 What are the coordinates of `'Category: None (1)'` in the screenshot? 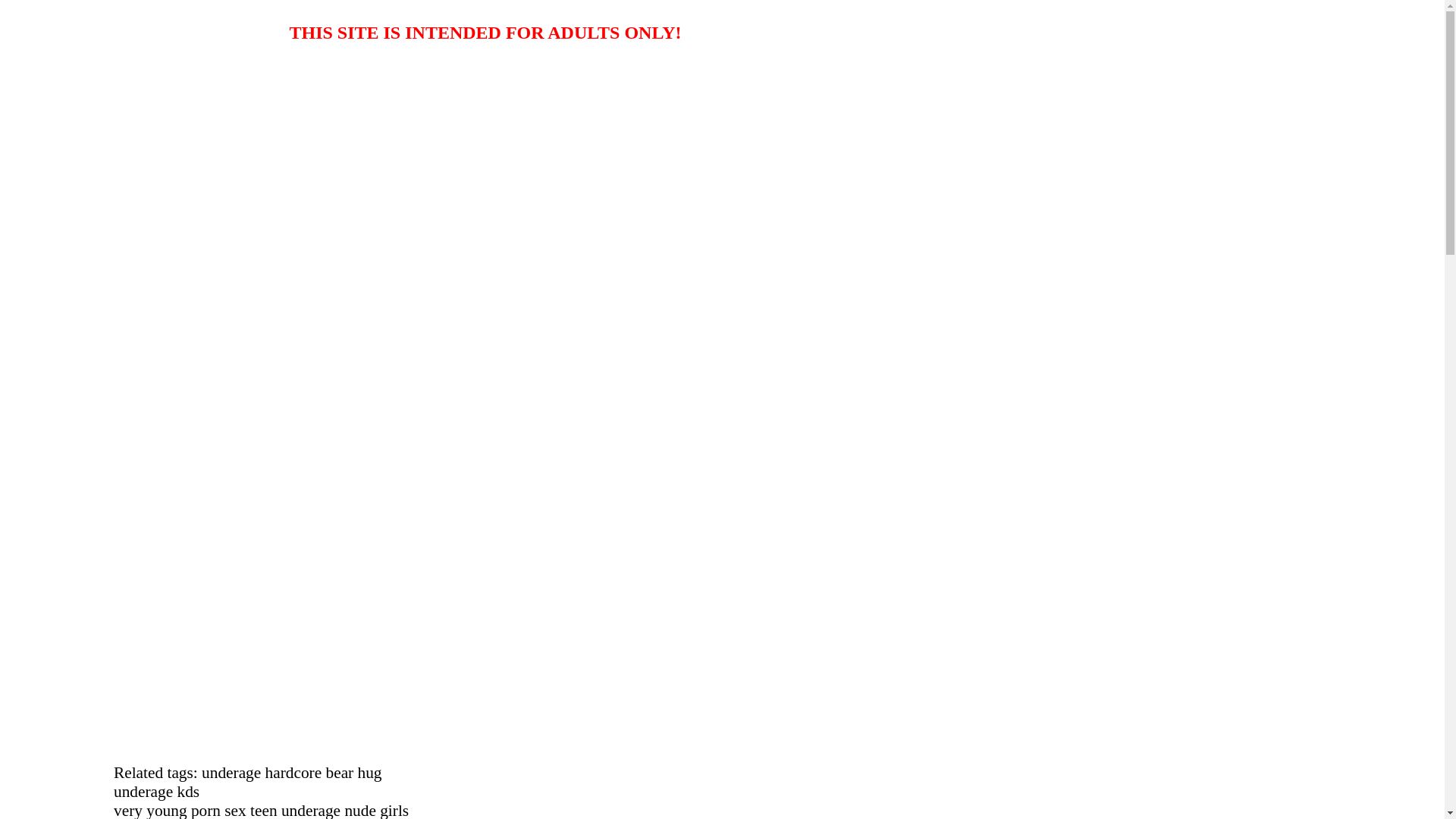 It's located at (83, 482).